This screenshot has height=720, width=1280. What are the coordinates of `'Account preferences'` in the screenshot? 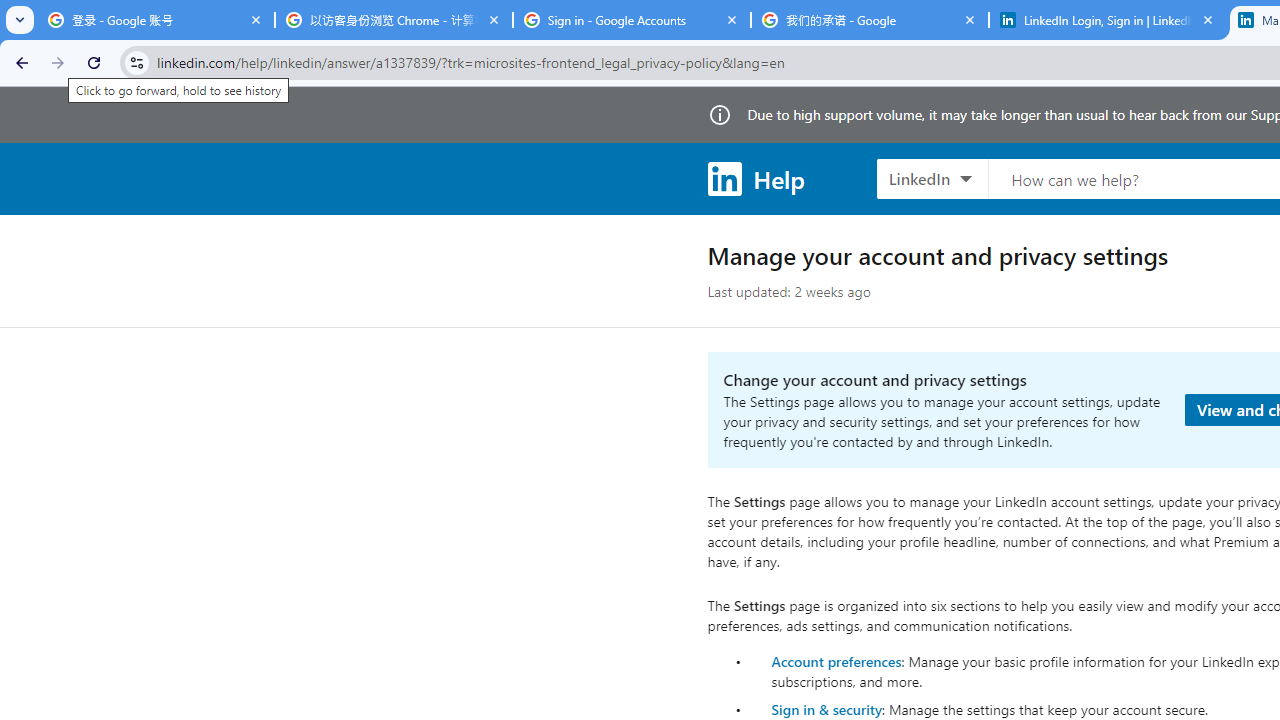 It's located at (836, 660).